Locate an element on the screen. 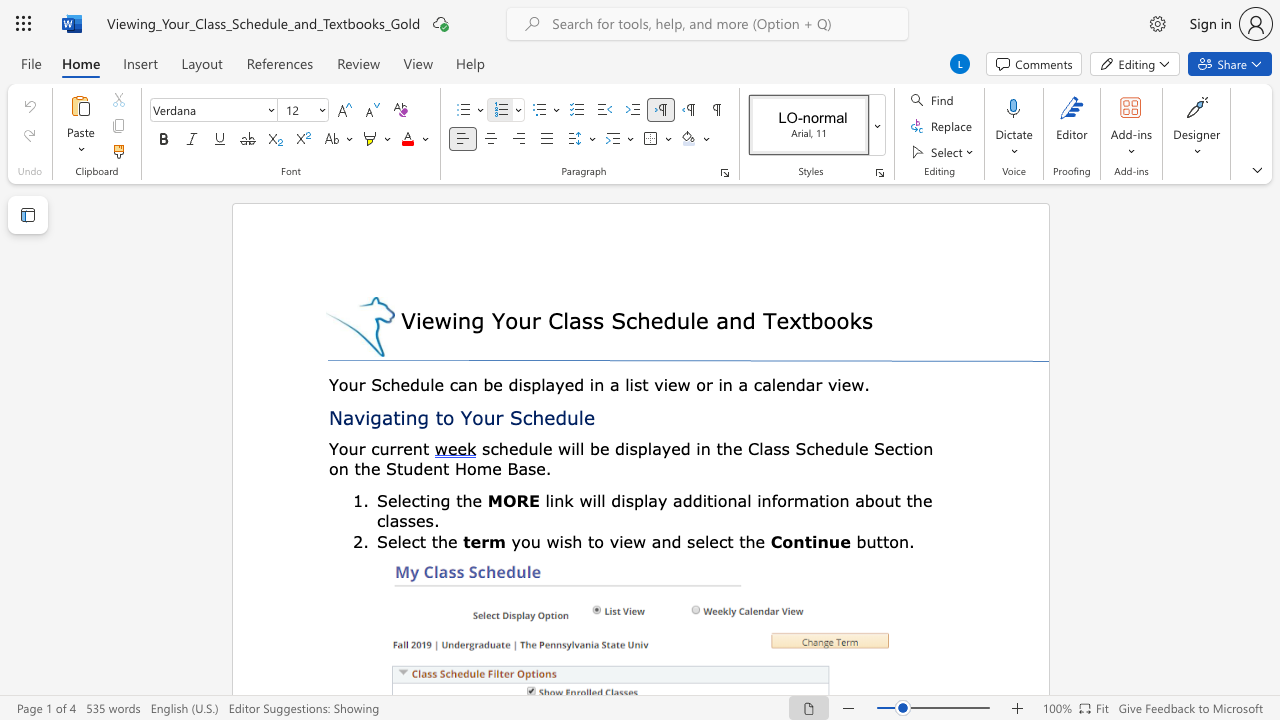 This screenshot has width=1280, height=720. the 7th character "e" in the text is located at coordinates (863, 447).